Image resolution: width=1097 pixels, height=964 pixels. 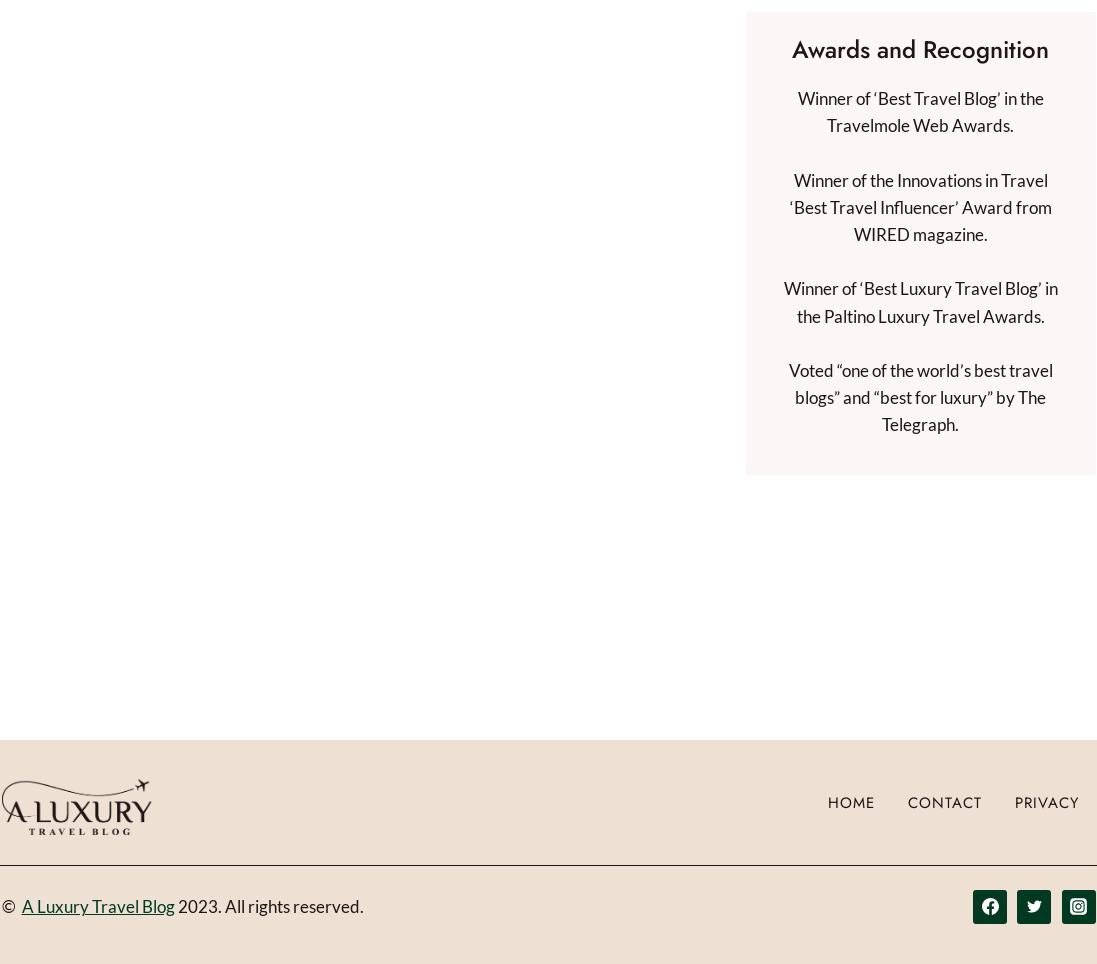 What do you see at coordinates (943, 802) in the screenshot?
I see `'Contact'` at bounding box center [943, 802].